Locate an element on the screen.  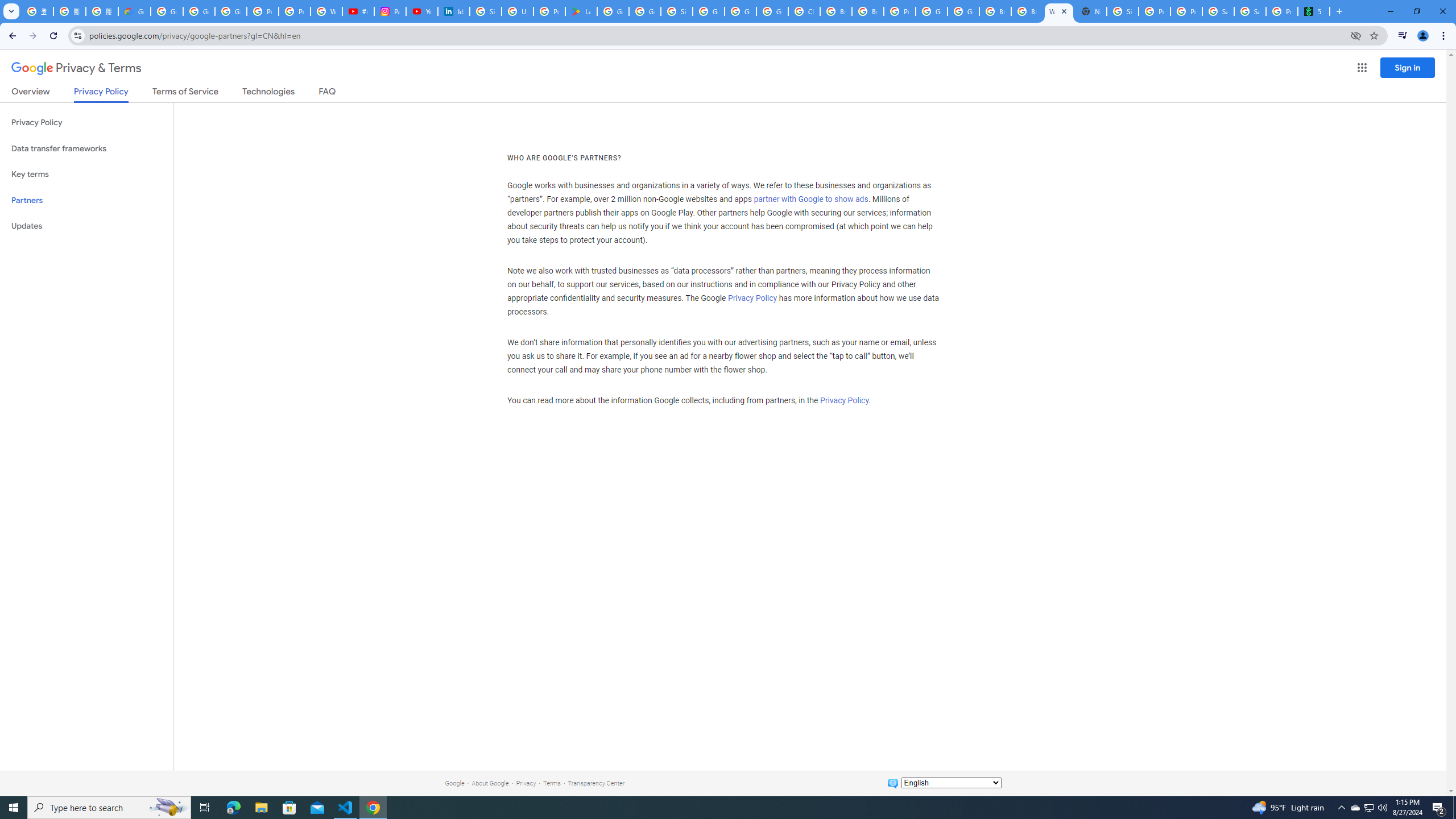
'Transparency Center' is located at coordinates (595, 783).